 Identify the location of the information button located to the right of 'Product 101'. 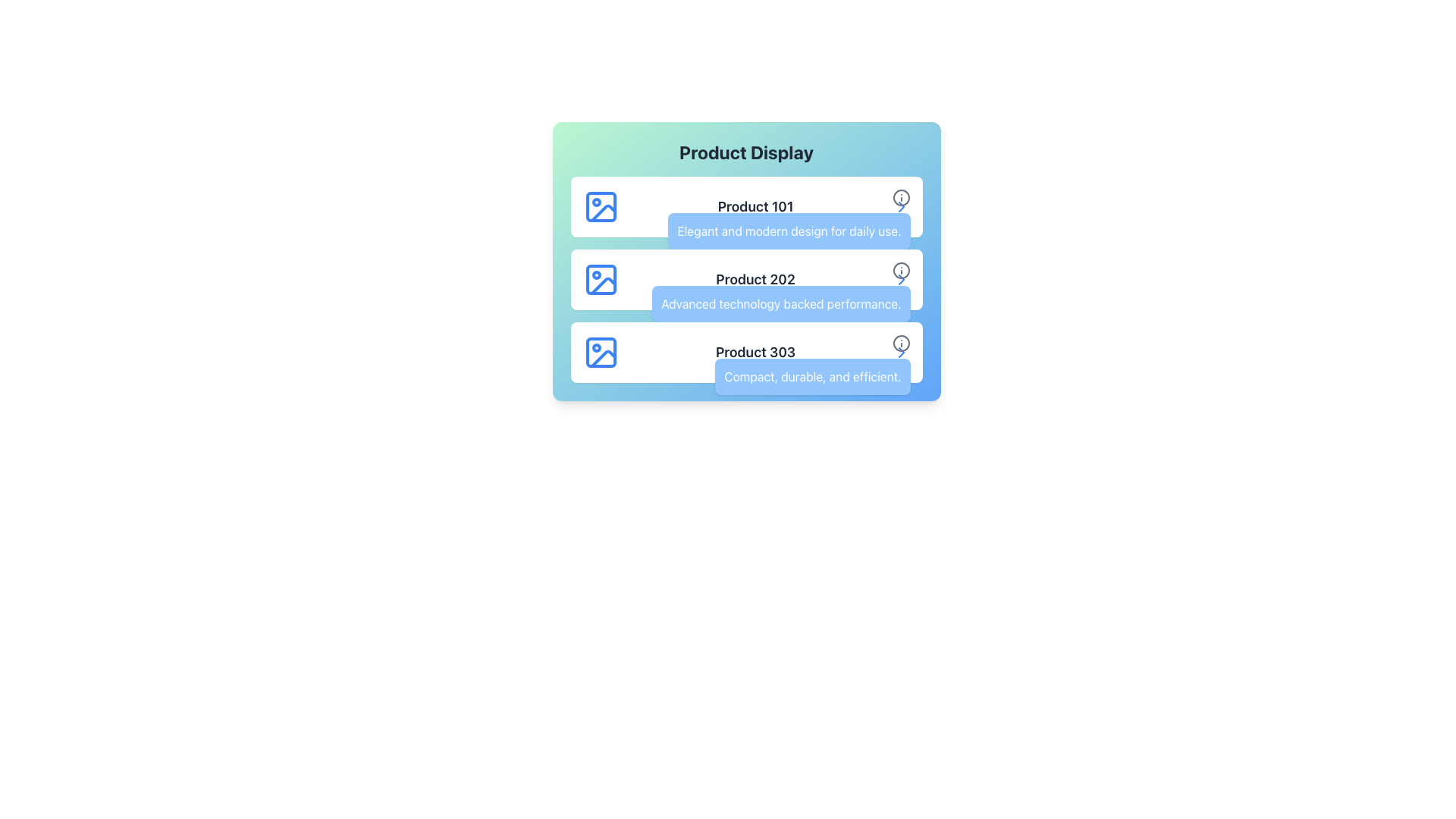
(901, 197).